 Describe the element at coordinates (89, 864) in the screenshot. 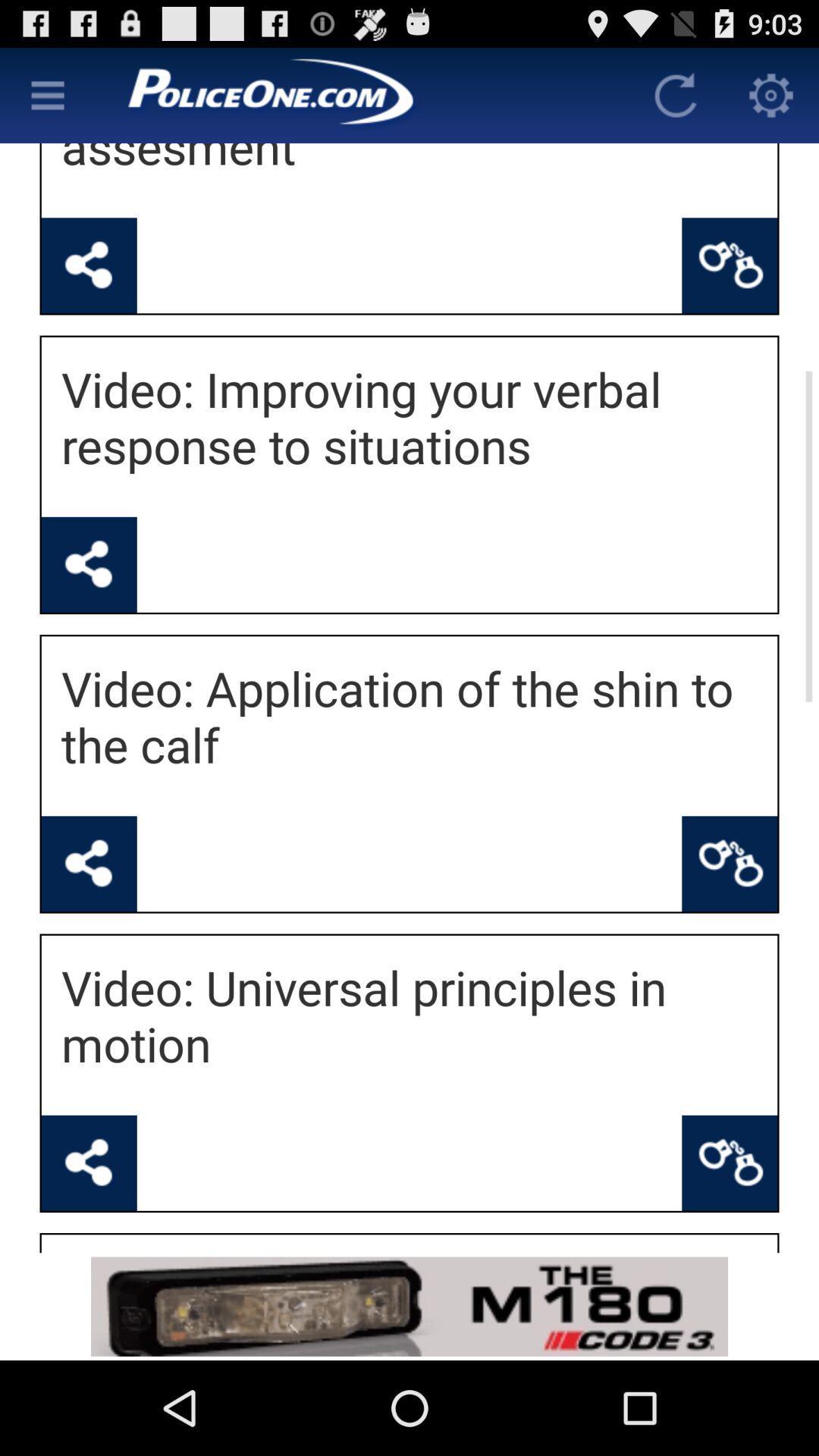

I see `share the video on social media` at that location.